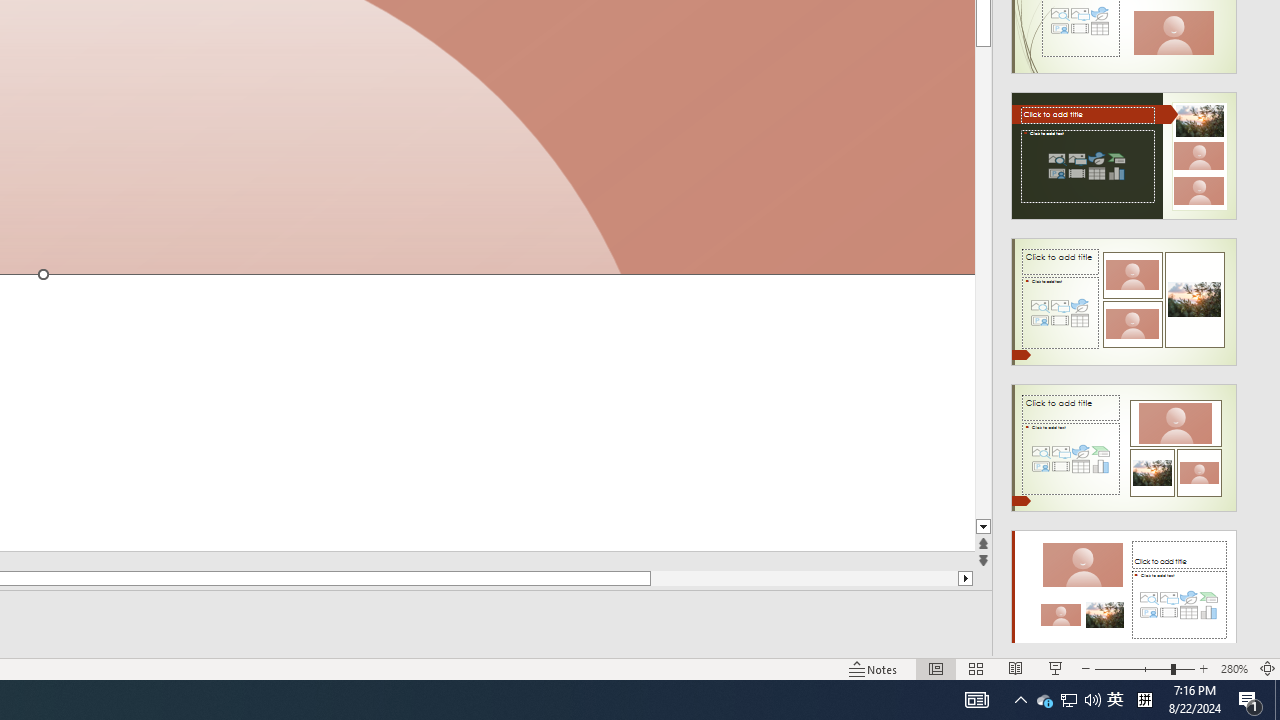  I want to click on 'Reading View', so click(1015, 669).